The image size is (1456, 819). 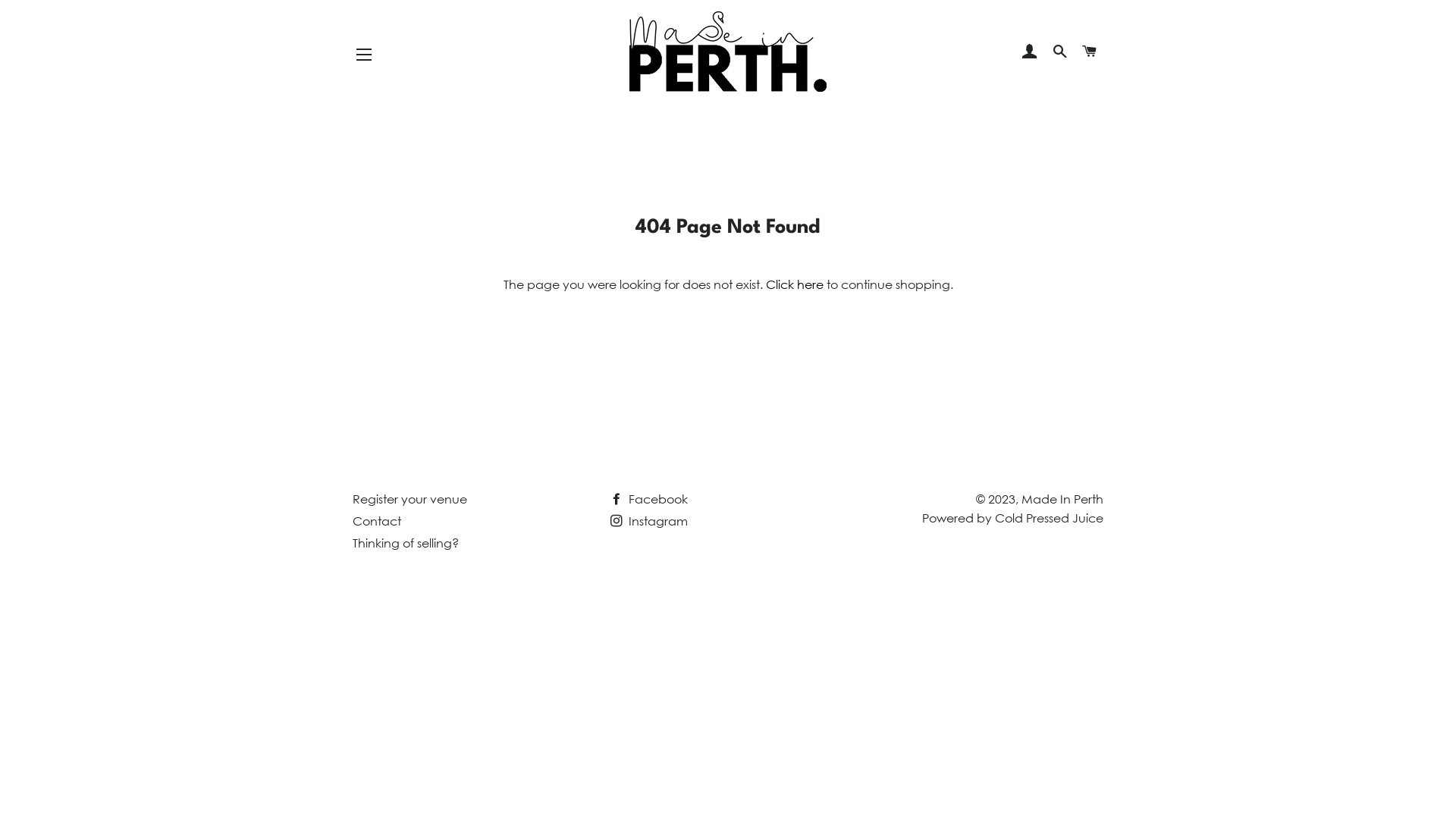 What do you see at coordinates (793, 284) in the screenshot?
I see `'Click here'` at bounding box center [793, 284].